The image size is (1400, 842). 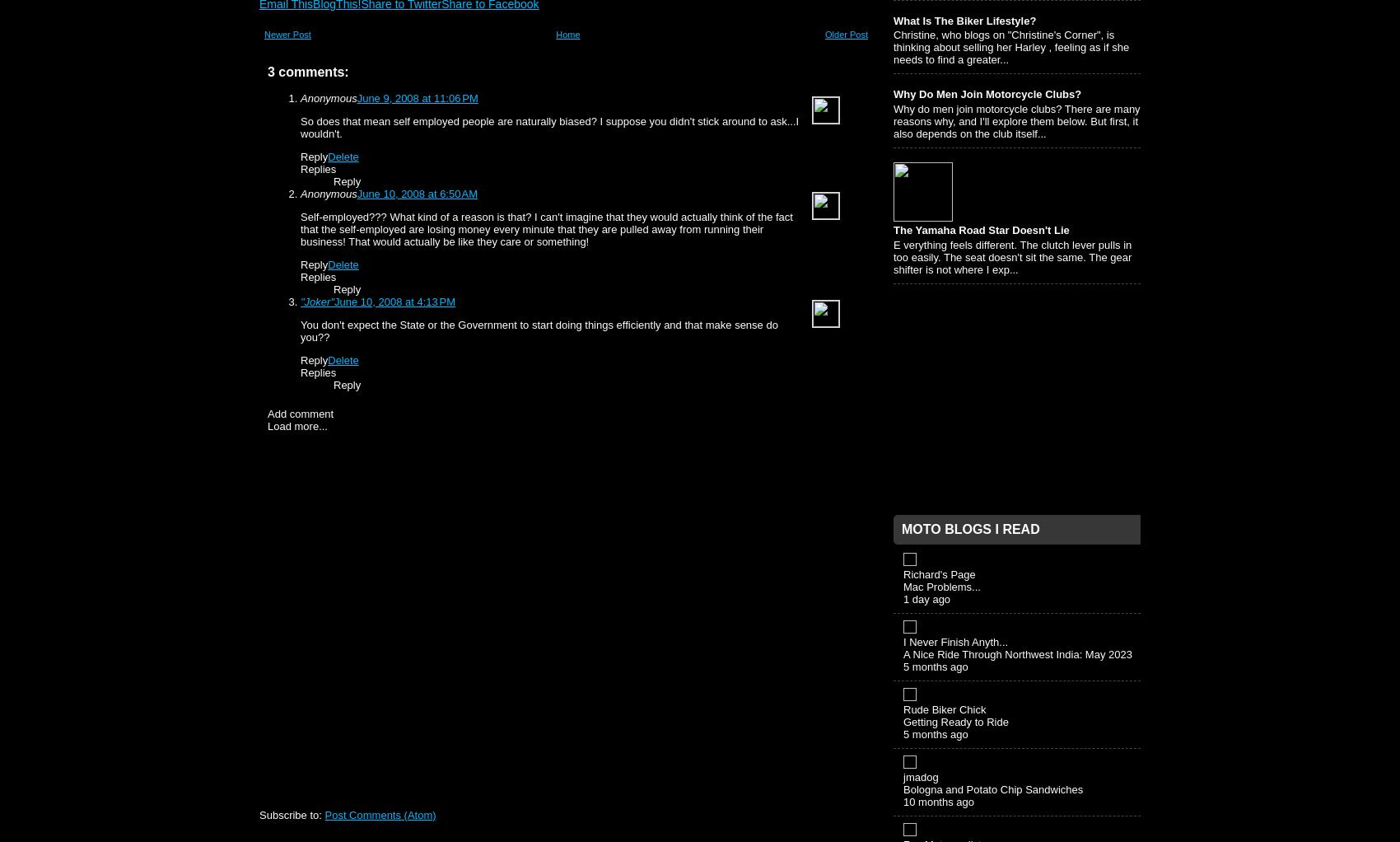 I want to click on '10 months ago', so click(x=939, y=800).